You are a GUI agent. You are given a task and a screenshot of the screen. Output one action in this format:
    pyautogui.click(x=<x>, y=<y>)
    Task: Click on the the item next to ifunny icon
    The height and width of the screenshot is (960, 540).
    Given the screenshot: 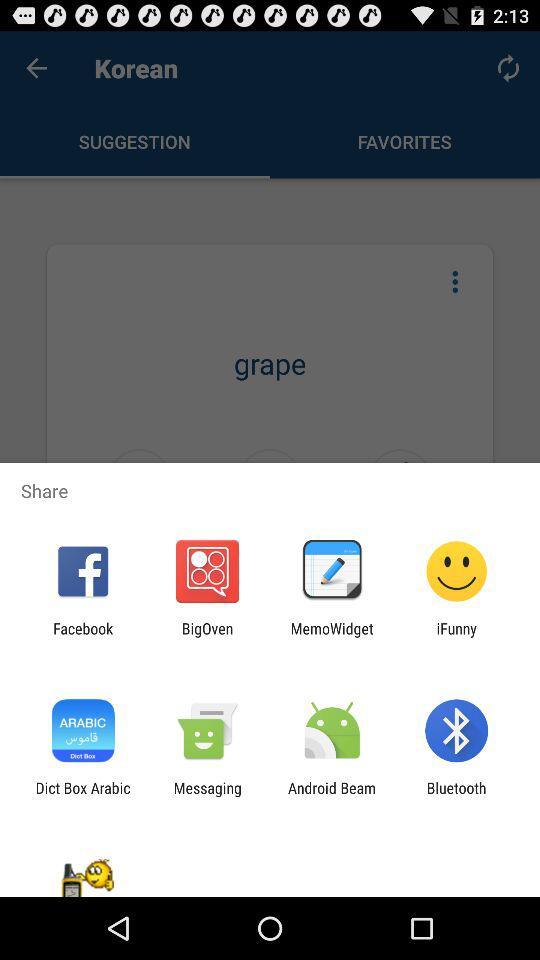 What is the action you would take?
    pyautogui.click(x=332, y=636)
    